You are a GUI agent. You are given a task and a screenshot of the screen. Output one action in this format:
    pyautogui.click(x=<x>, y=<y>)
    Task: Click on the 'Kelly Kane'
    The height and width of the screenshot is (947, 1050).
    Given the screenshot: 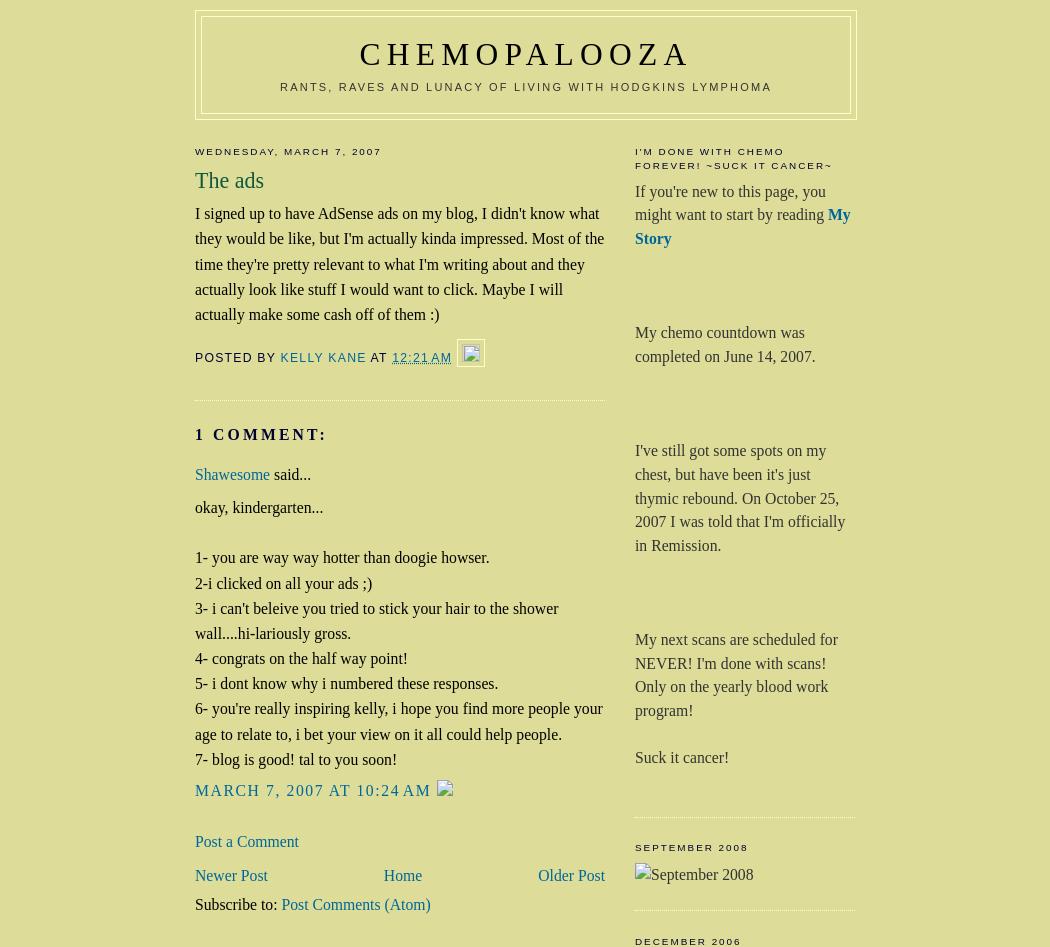 What is the action you would take?
    pyautogui.click(x=279, y=356)
    